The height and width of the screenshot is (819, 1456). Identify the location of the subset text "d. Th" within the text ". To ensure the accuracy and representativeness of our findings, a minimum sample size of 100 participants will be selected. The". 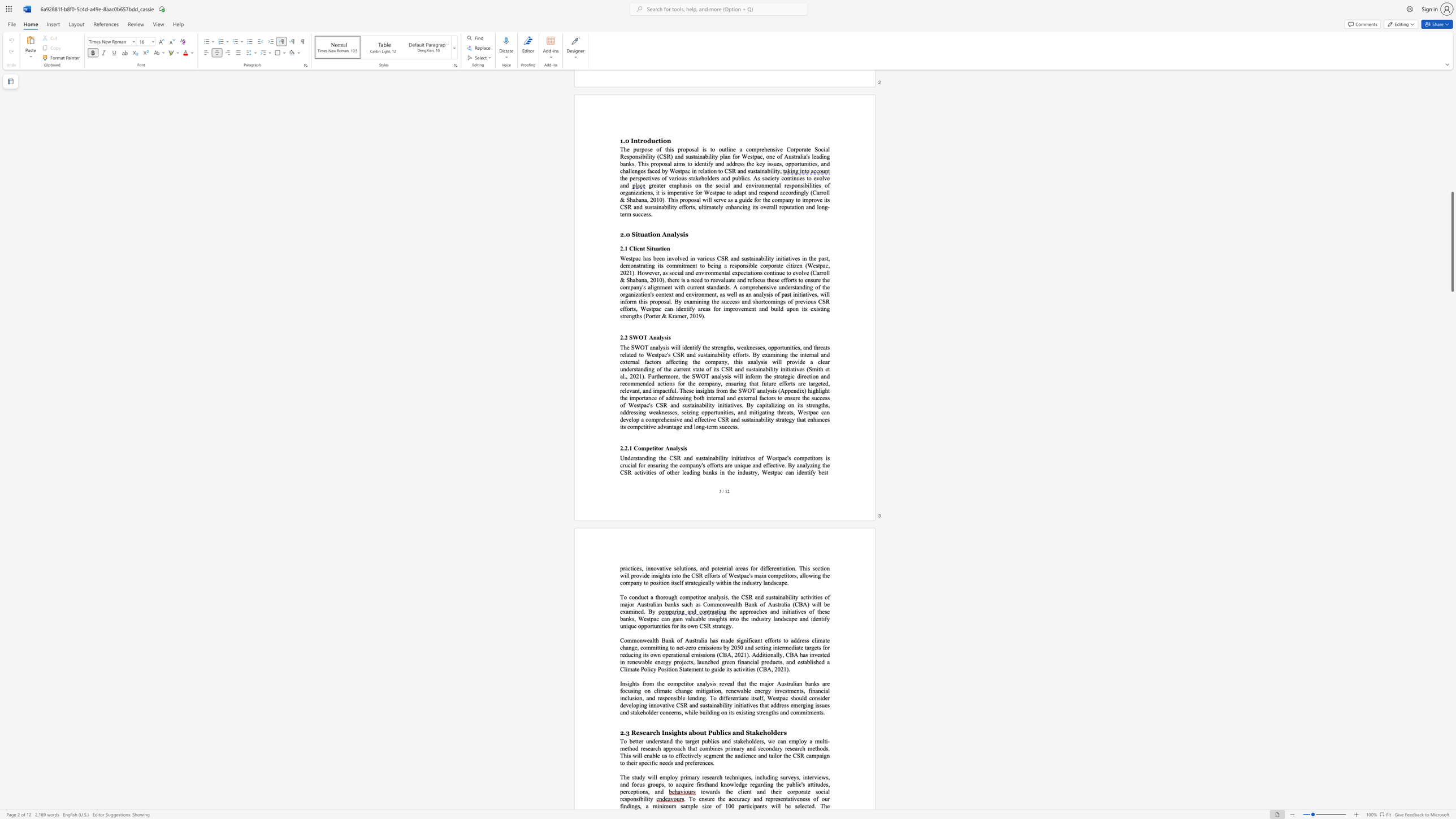
(811, 806).